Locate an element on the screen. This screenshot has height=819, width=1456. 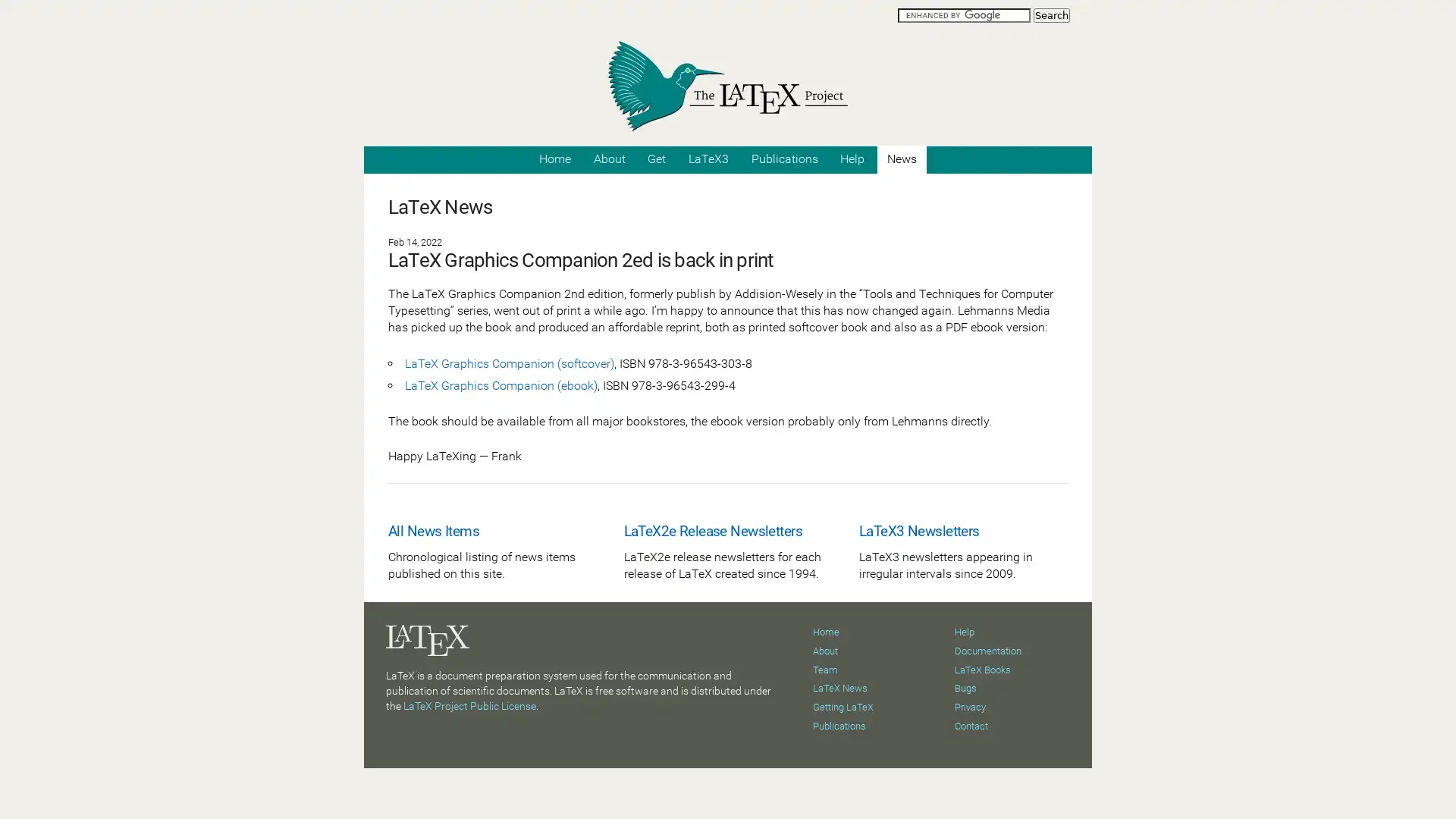
Search is located at coordinates (1051, 15).